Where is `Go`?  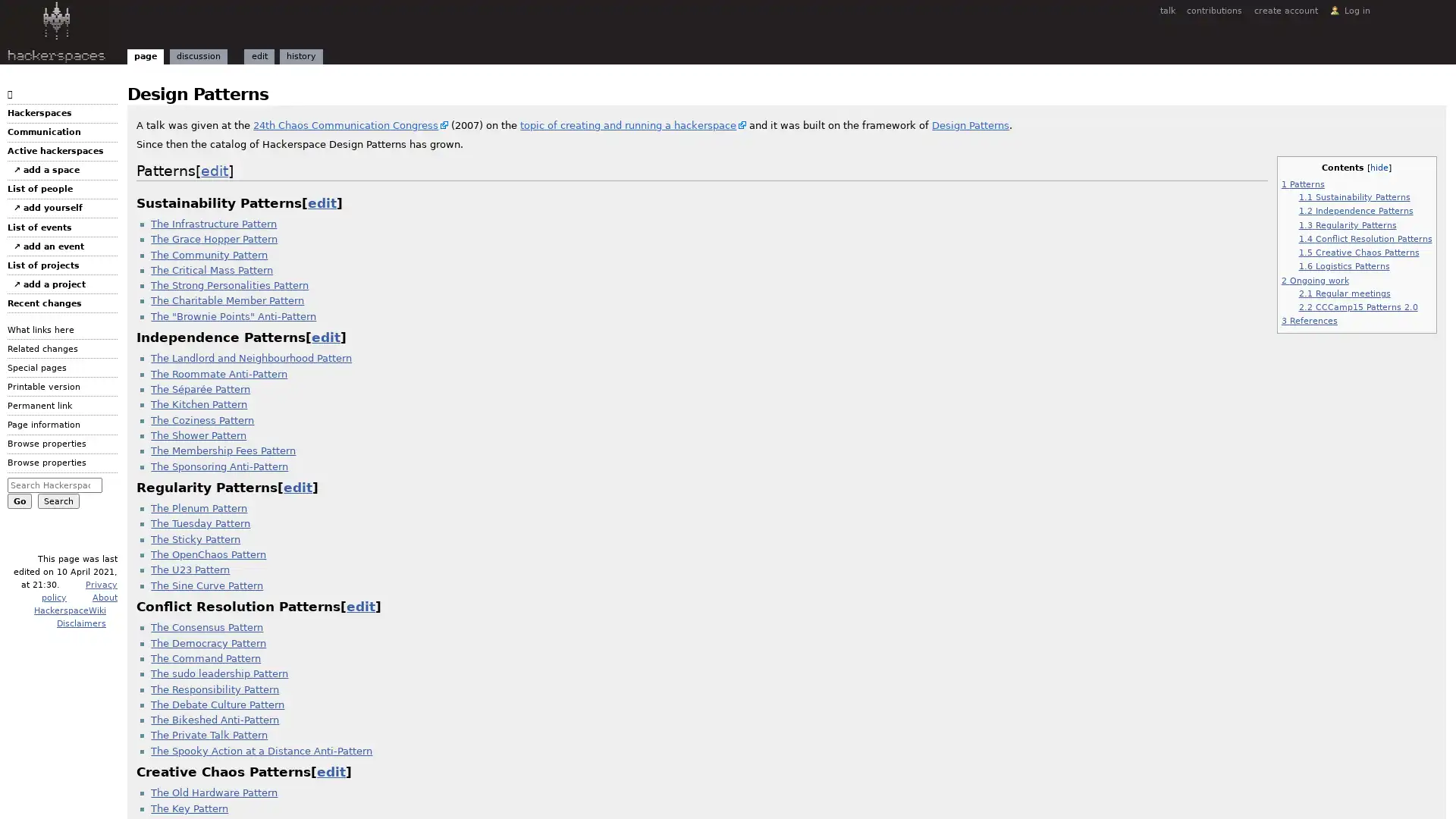 Go is located at coordinates (19, 500).